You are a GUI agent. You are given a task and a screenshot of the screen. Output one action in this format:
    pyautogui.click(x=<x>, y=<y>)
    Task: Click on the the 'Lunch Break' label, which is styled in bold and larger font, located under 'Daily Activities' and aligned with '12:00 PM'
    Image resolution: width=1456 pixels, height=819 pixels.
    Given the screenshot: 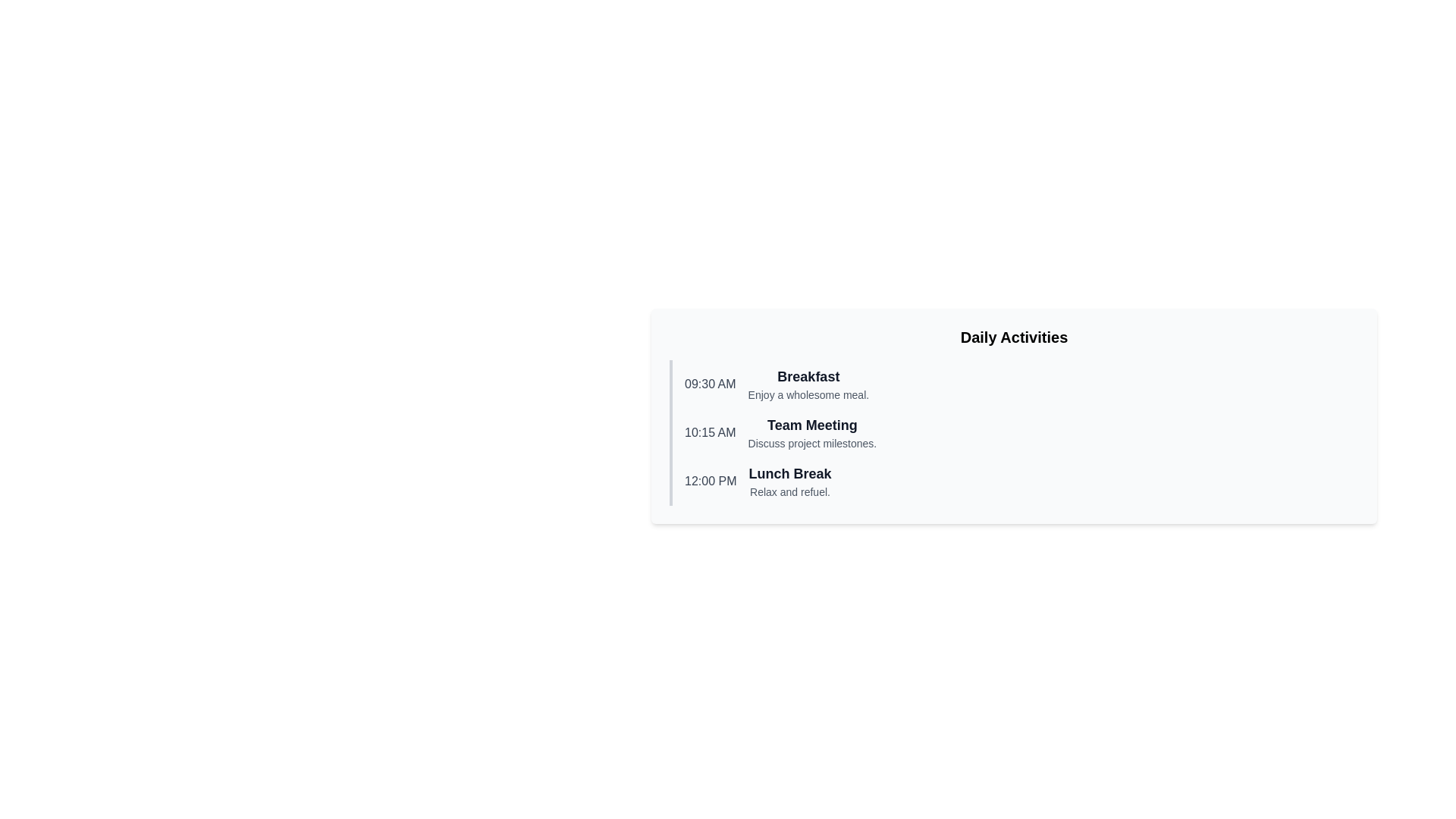 What is the action you would take?
    pyautogui.click(x=789, y=472)
    